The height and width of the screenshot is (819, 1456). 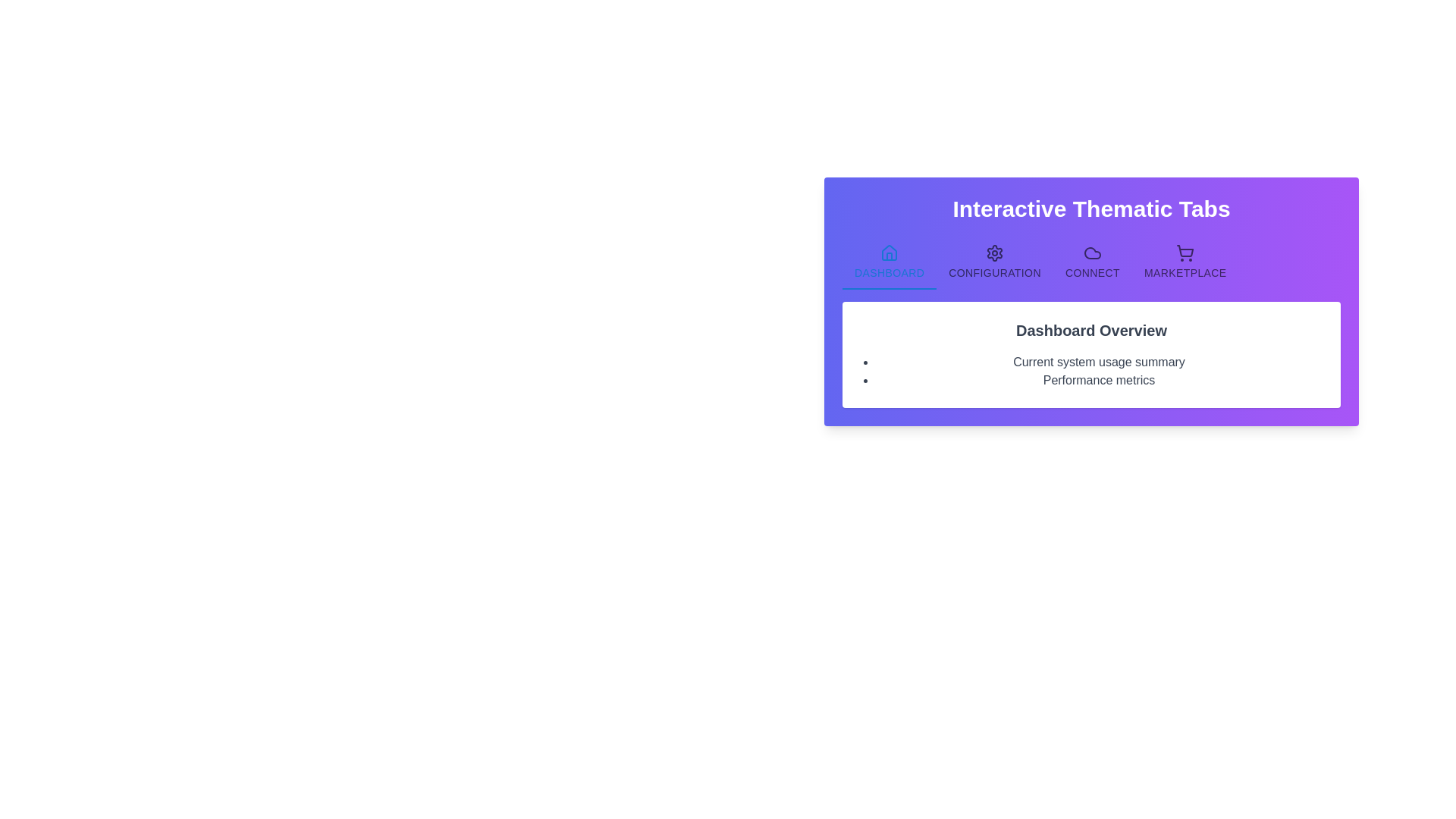 I want to click on the gear-like icon in the 'Configuration' tab, so click(x=995, y=253).